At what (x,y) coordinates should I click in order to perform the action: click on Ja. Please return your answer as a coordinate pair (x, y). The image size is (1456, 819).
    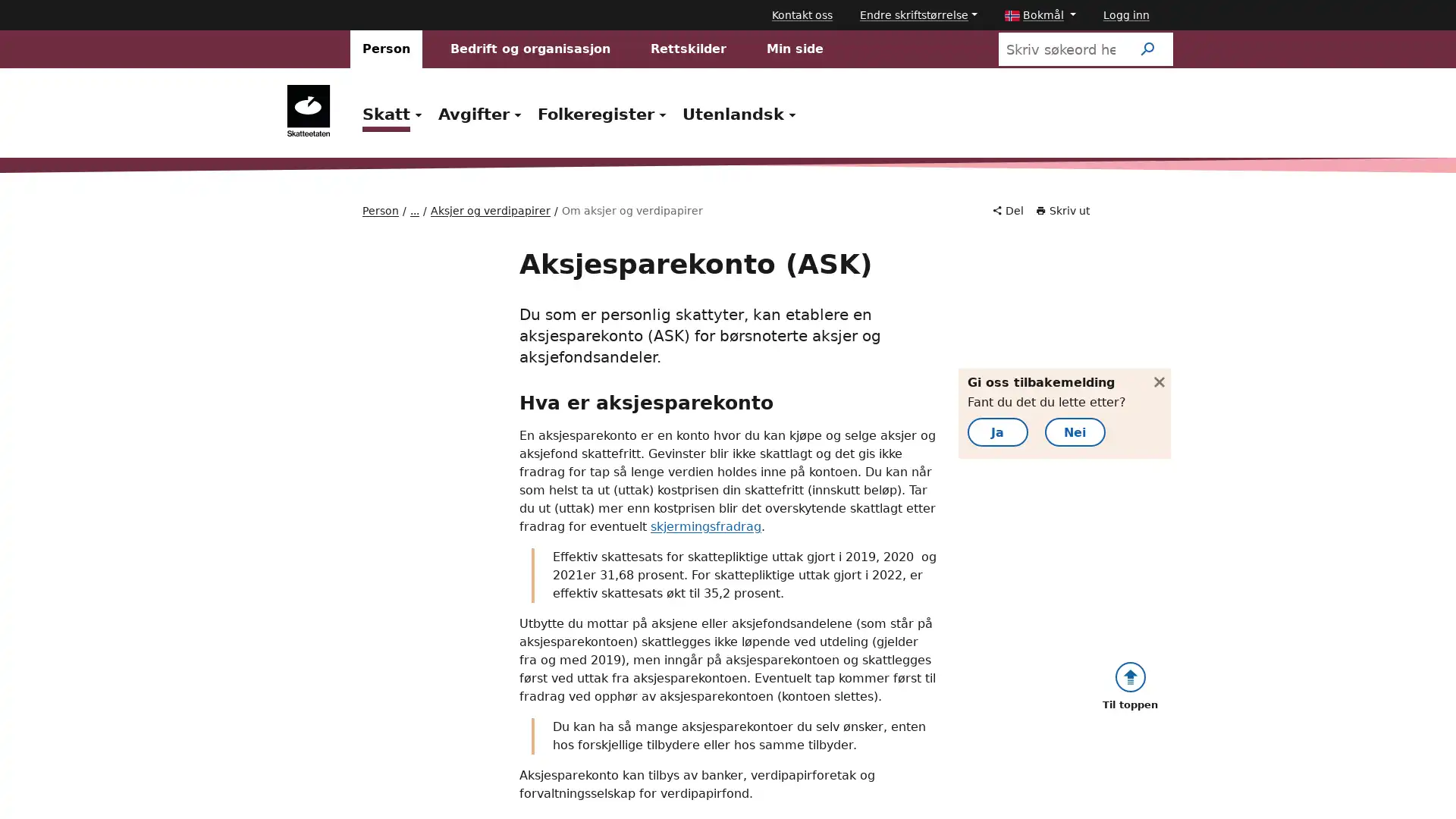
    Looking at the image, I should click on (1021, 446).